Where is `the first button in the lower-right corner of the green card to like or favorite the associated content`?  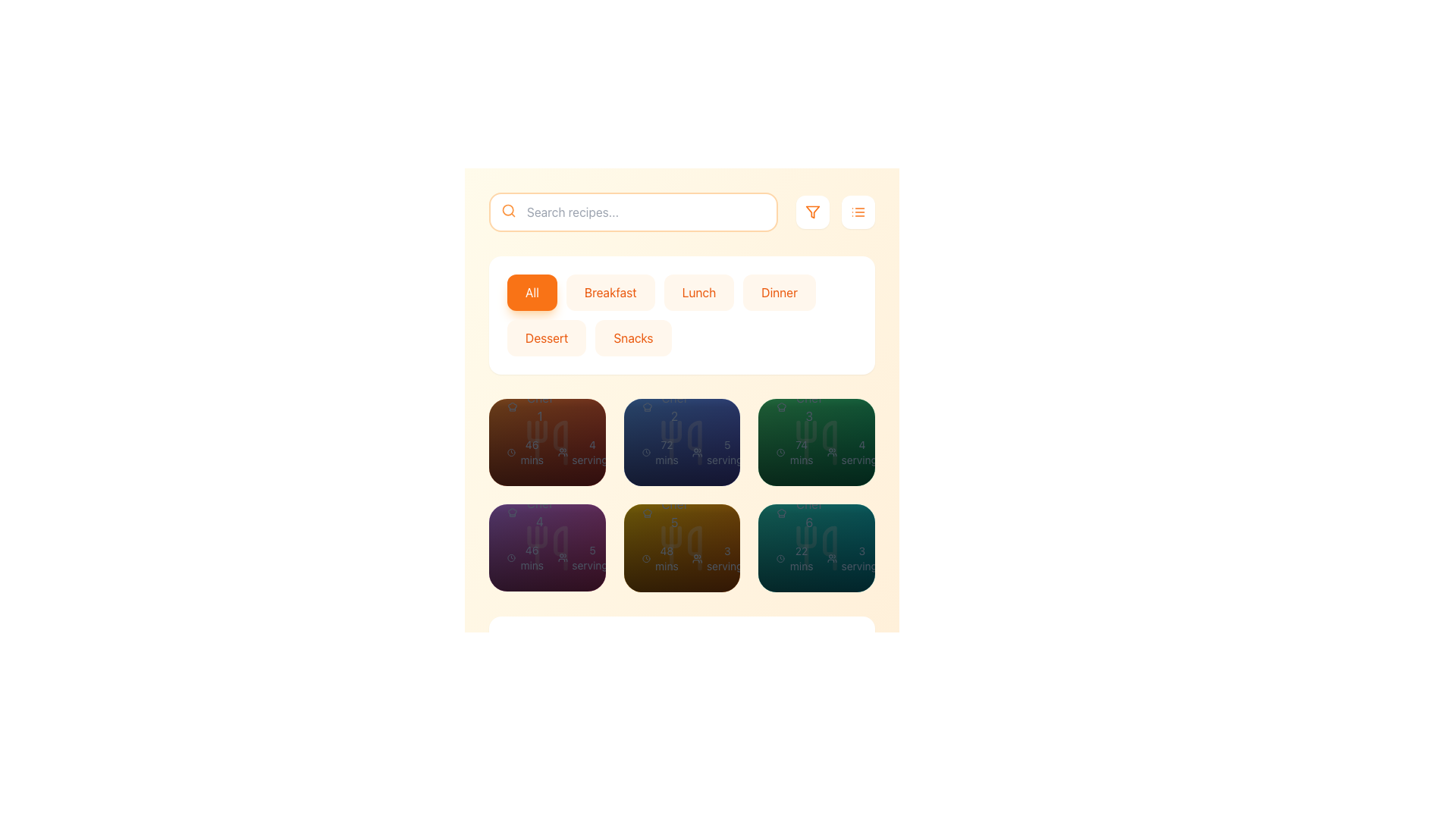 the first button in the lower-right corner of the green card to like or favorite the associated content is located at coordinates (771, 548).